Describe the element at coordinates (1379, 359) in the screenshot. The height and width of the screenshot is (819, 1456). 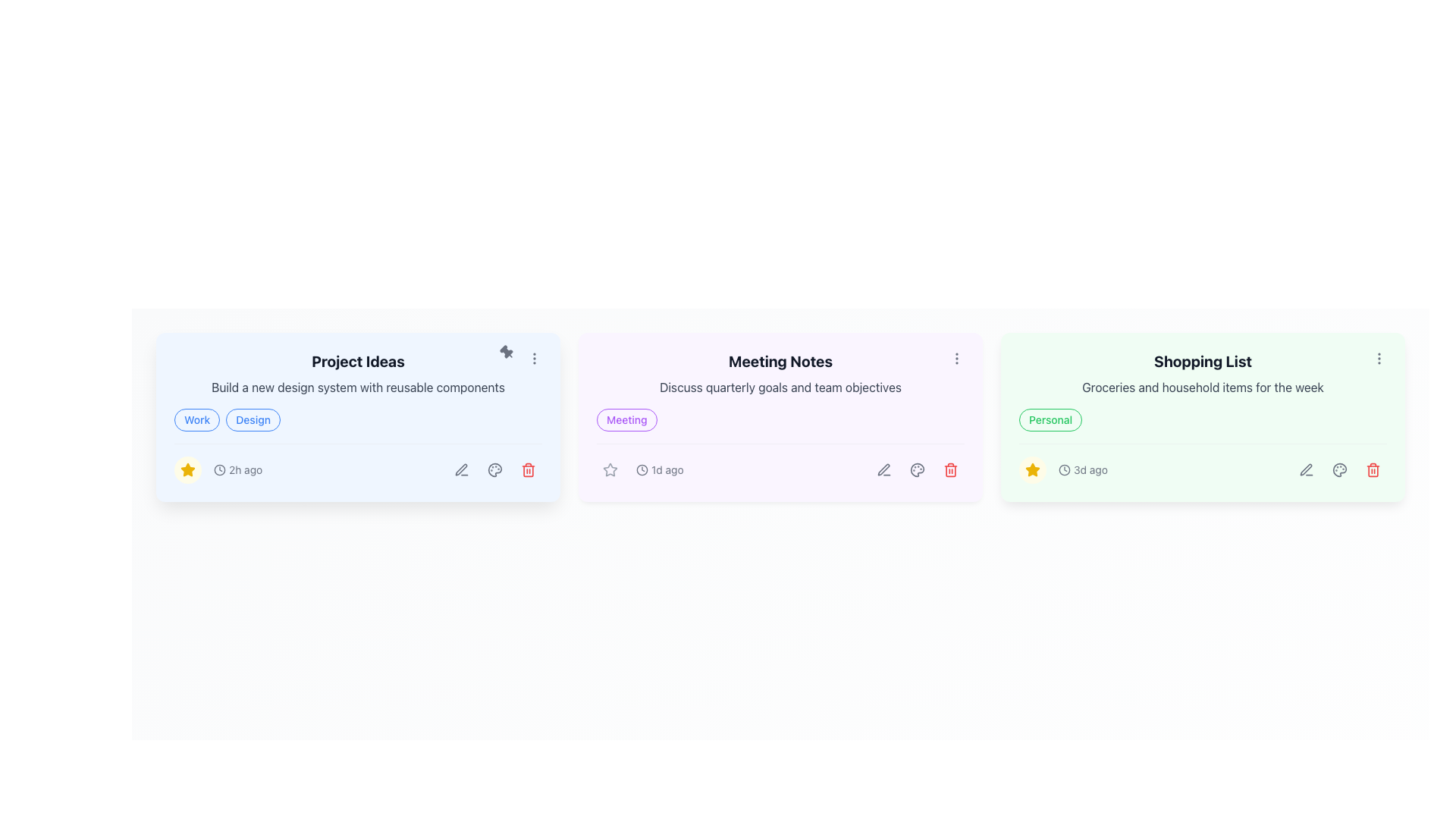
I see `the interactive button located in the top-right corner inside the 'Shopping List' card` at that location.